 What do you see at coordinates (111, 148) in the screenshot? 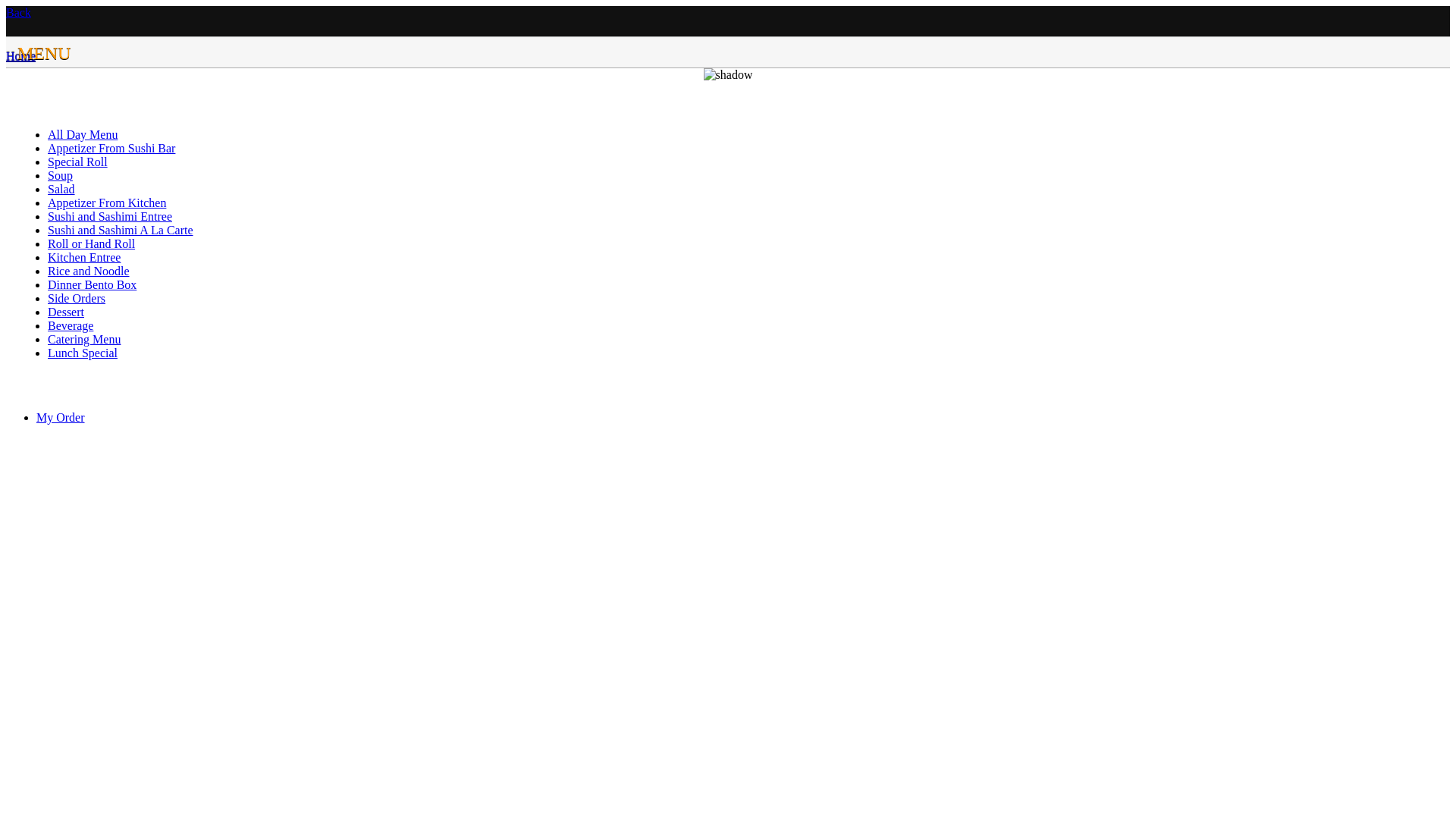
I see `'Appetizer From Sushi Bar'` at bounding box center [111, 148].